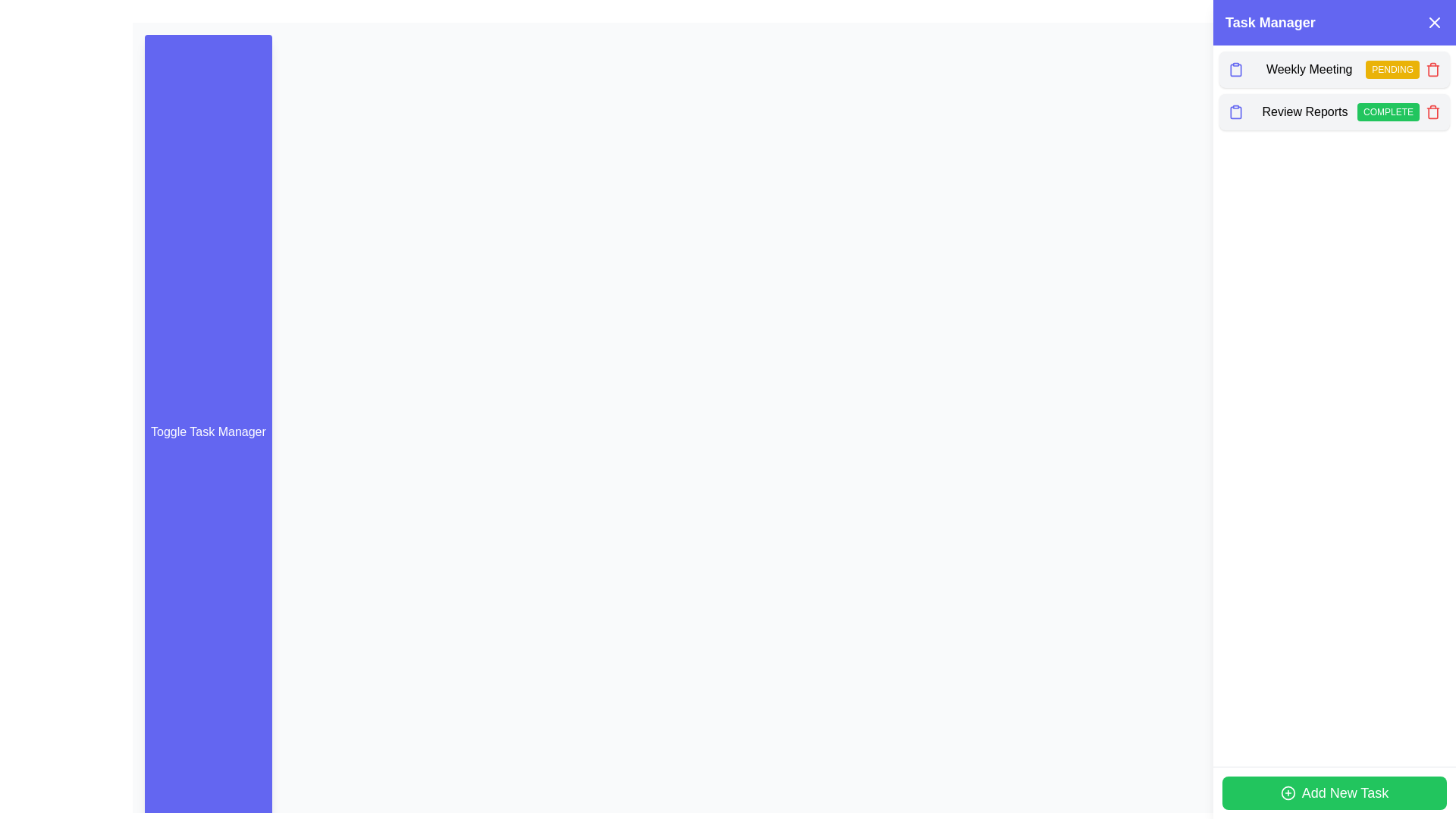 This screenshot has height=819, width=1456. I want to click on the decorative icon within the 'Add New Task' button located at the bottom right of the interface, so click(1287, 792).